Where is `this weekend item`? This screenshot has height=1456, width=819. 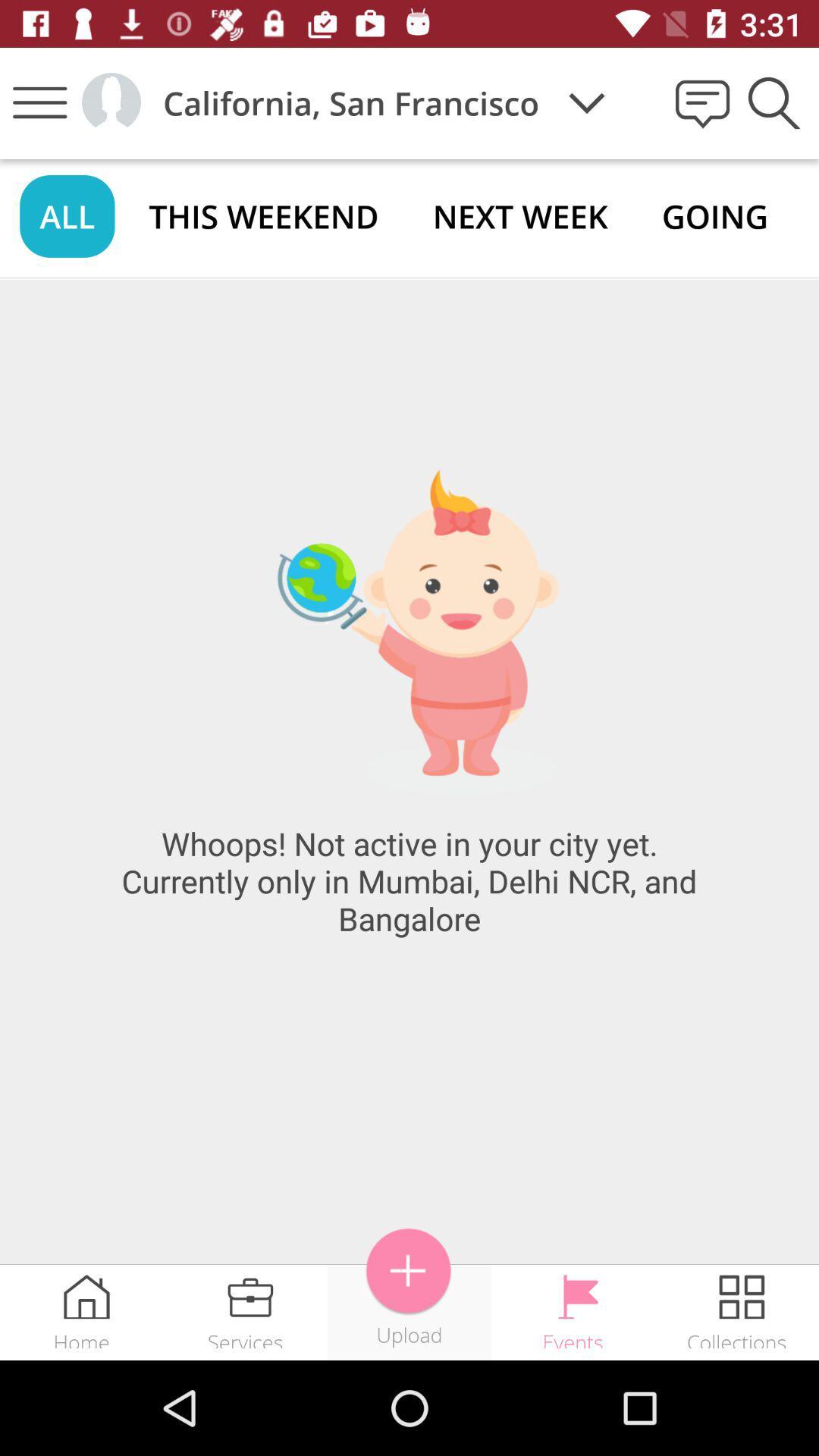 this weekend item is located at coordinates (262, 215).